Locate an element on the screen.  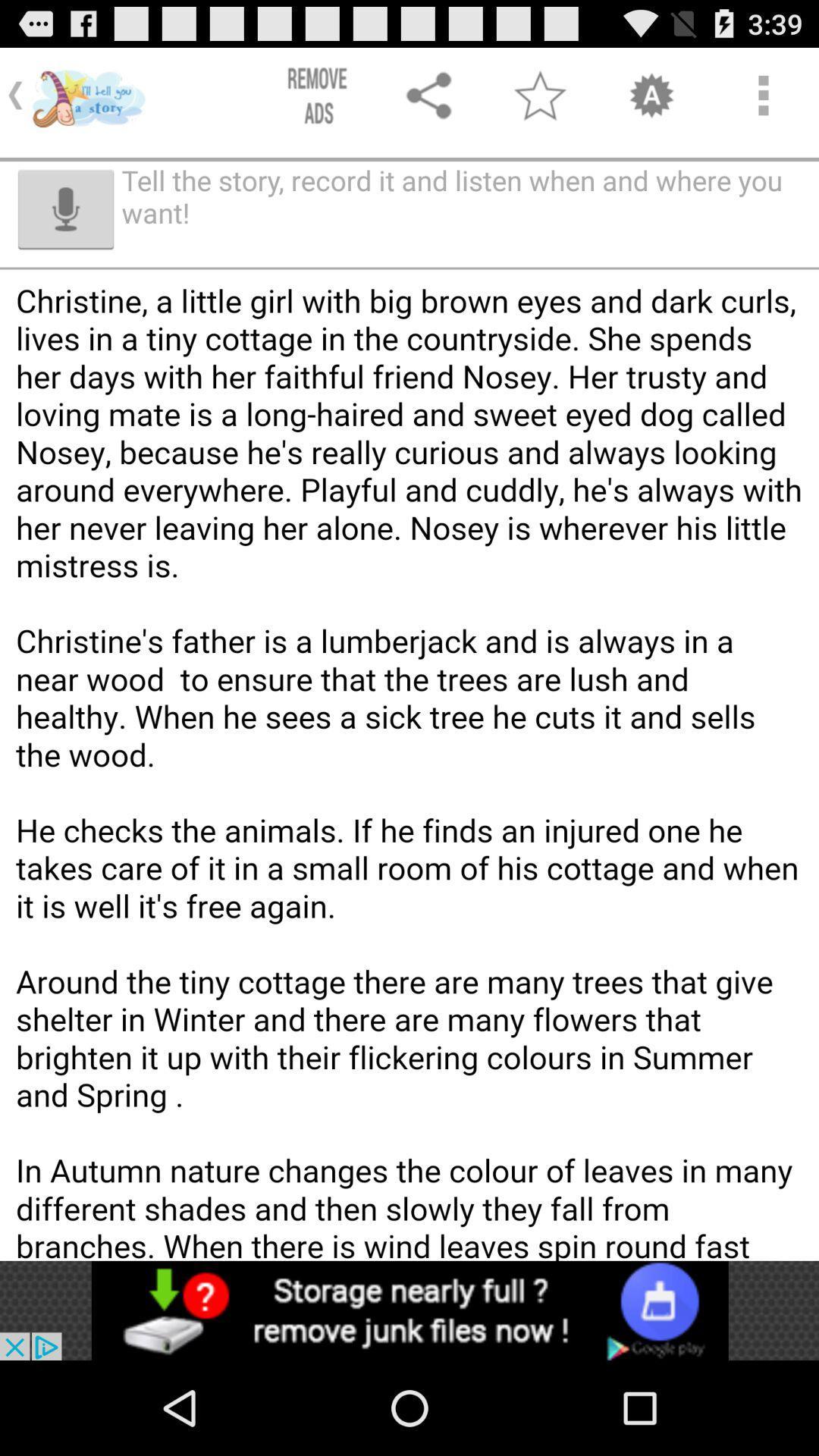
description is located at coordinates (409, 814).